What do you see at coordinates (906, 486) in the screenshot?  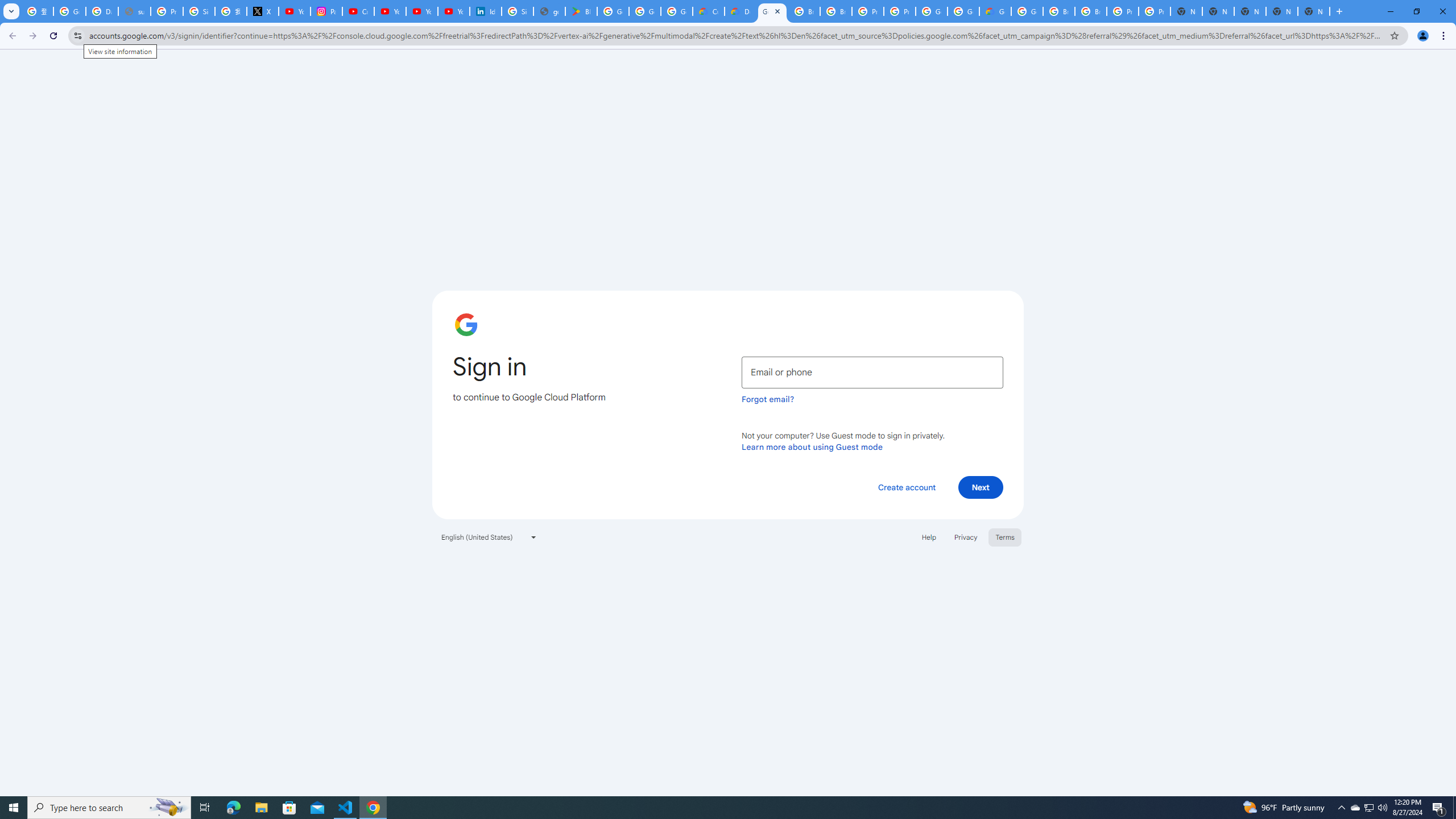 I see `'Create account'` at bounding box center [906, 486].